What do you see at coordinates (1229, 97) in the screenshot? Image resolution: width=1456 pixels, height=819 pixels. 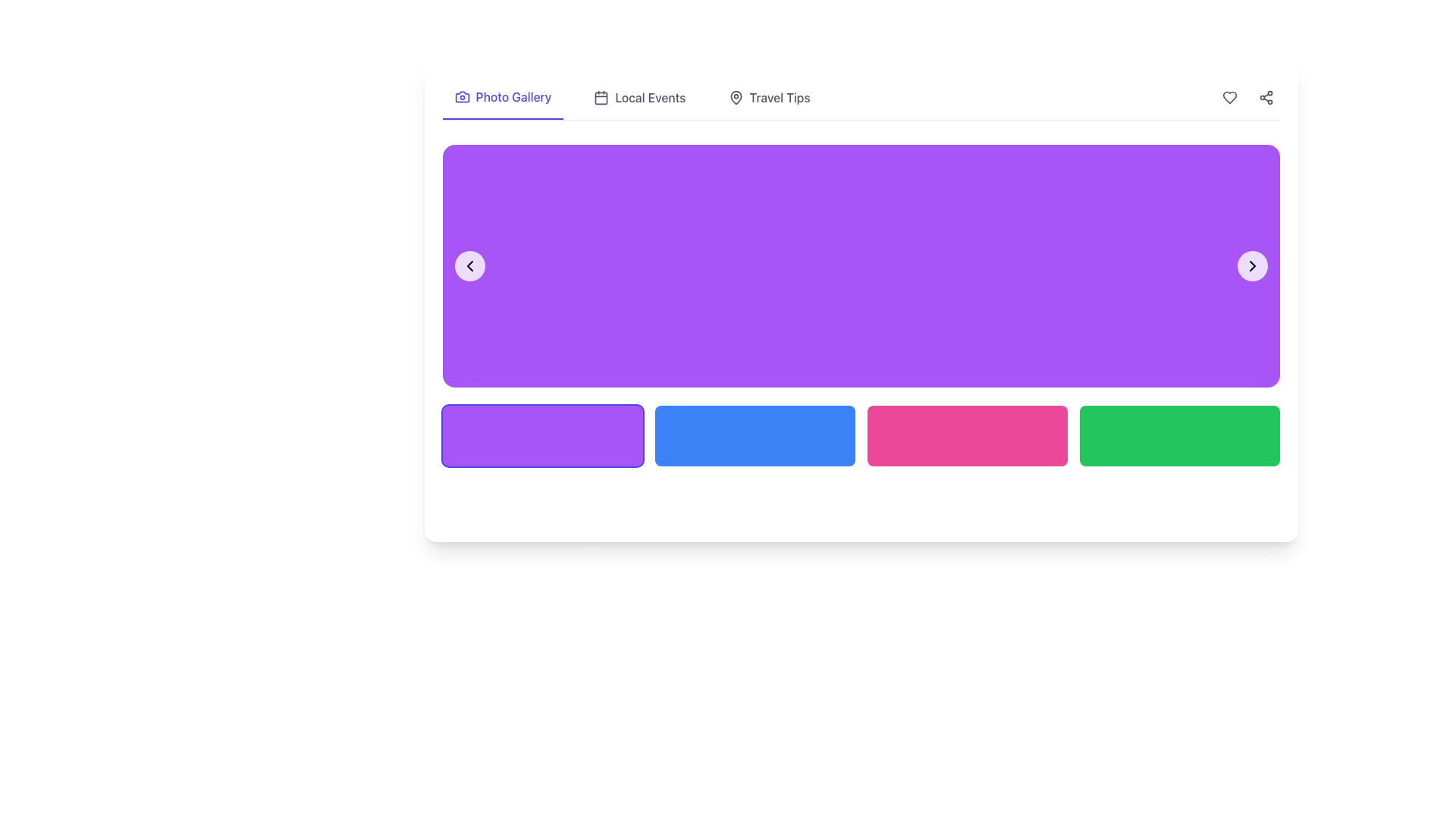 I see `the first interactive button in the top-right corner of the interface` at bounding box center [1229, 97].